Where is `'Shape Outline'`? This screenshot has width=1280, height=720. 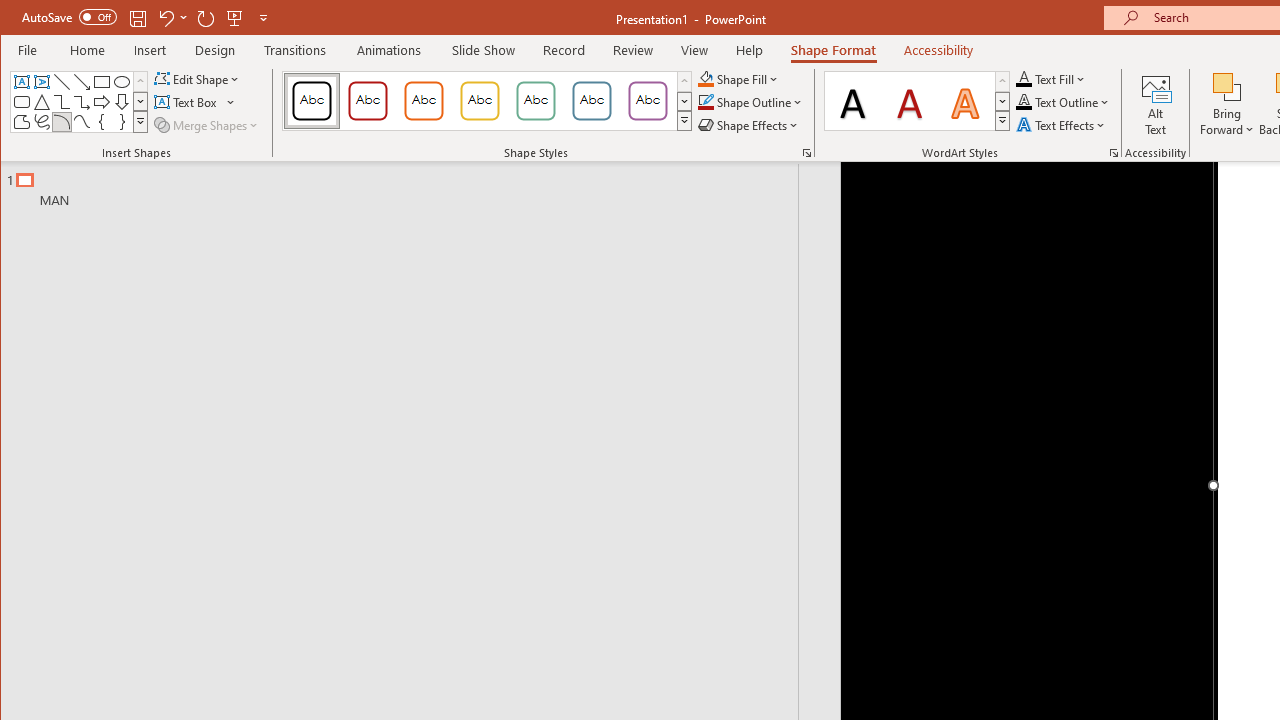 'Shape Outline' is located at coordinates (749, 102).